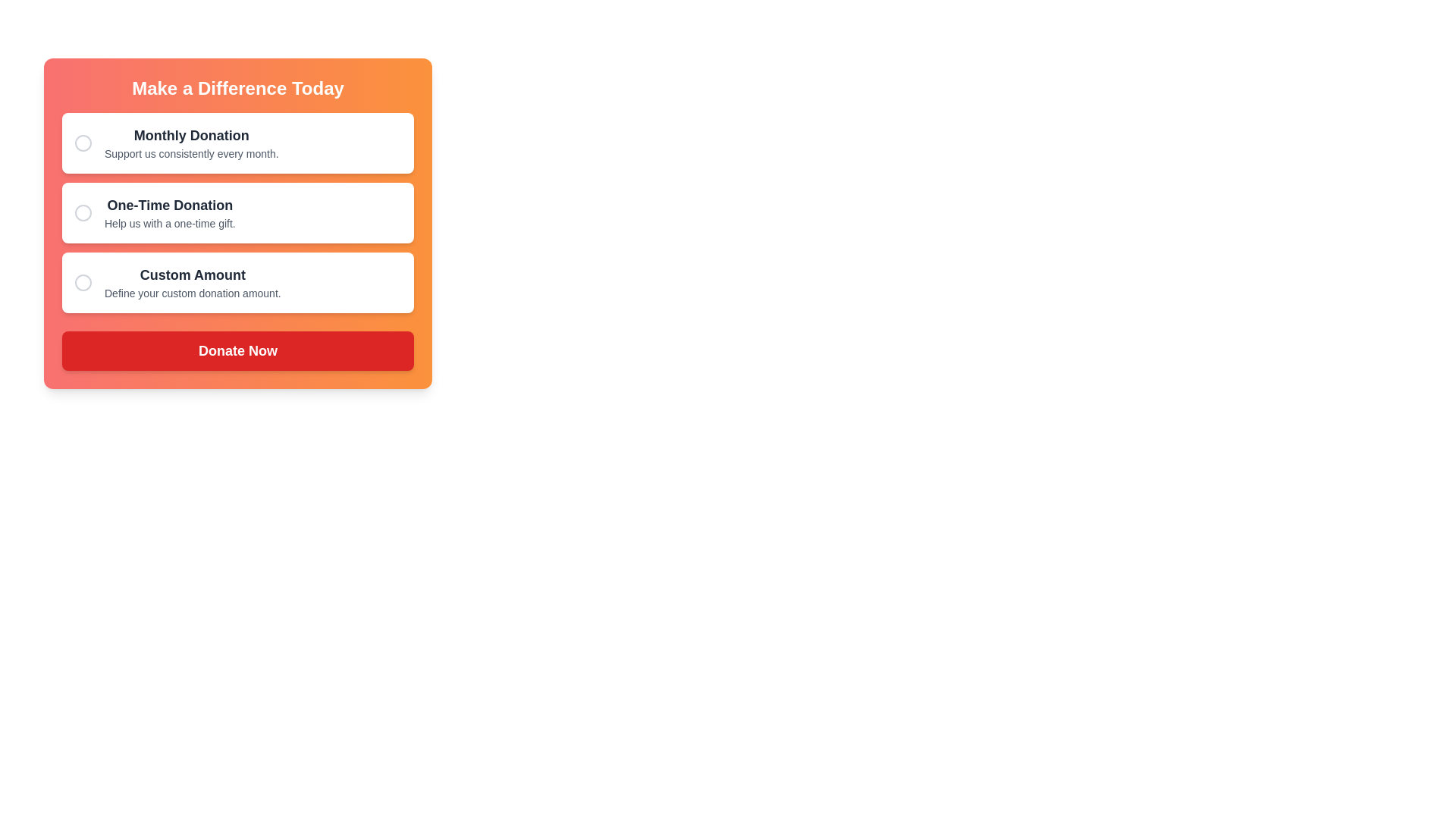 This screenshot has width=1456, height=819. What do you see at coordinates (170, 213) in the screenshot?
I see `the associated card for the 'One-Time Donation' option, which is the second option in the vertical list of donation options within a card that has an orange gradient background` at bounding box center [170, 213].